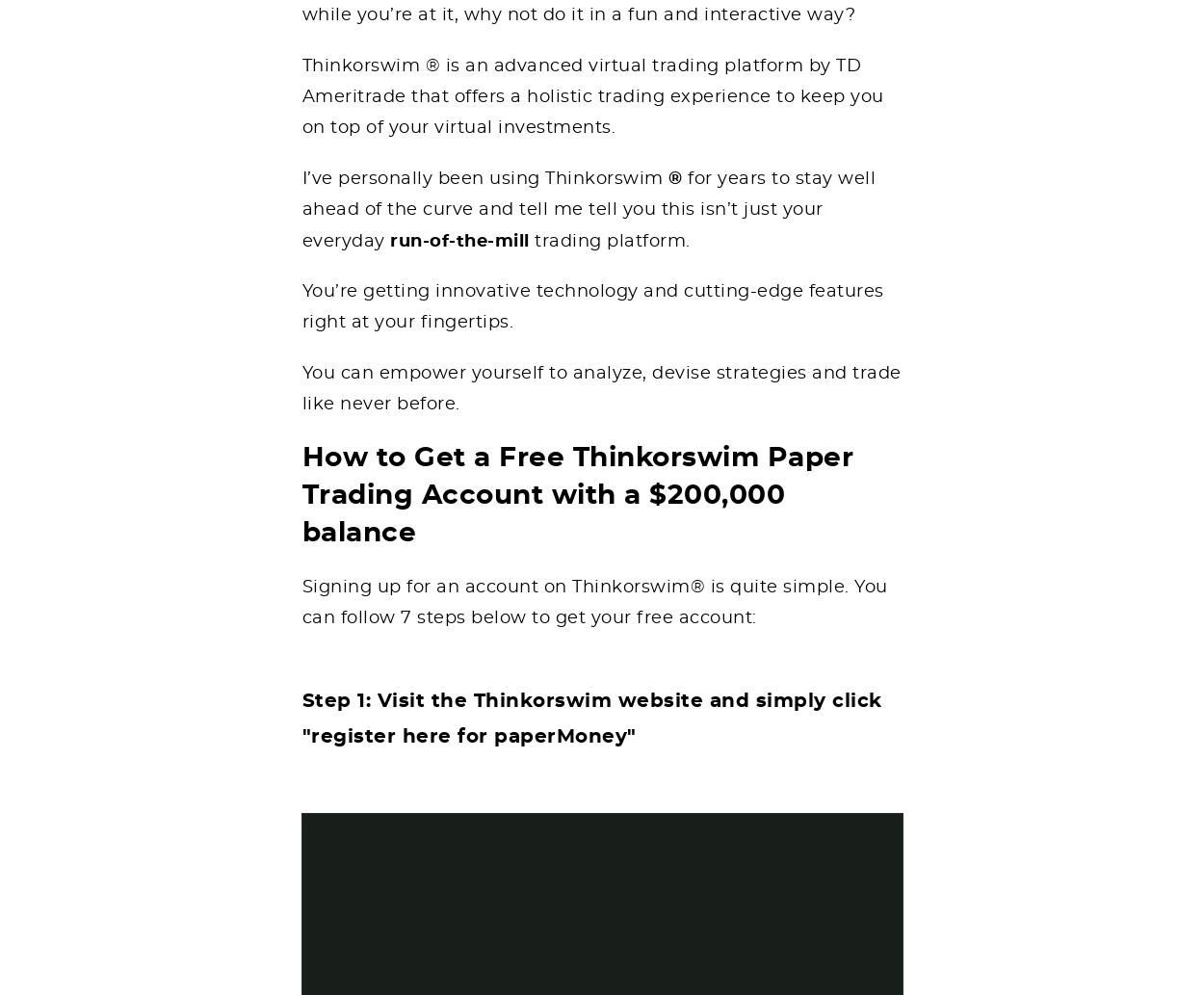  What do you see at coordinates (607, 177) in the screenshot?
I see `'Thinkorswim'` at bounding box center [607, 177].